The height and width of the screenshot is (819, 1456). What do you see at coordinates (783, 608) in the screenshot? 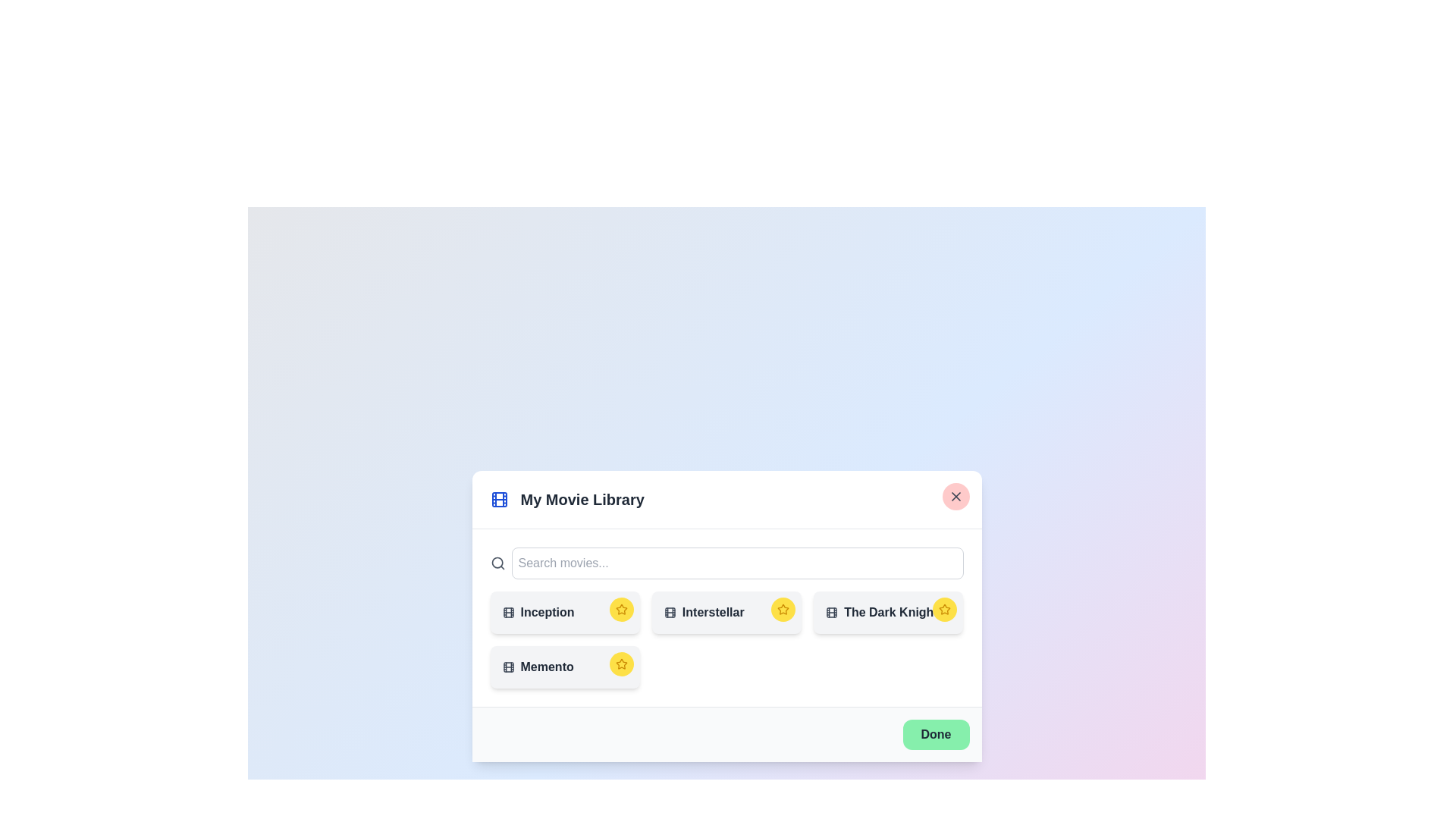
I see `the yellow star-shaped icon adjacent to the text 'Interstellar'` at bounding box center [783, 608].